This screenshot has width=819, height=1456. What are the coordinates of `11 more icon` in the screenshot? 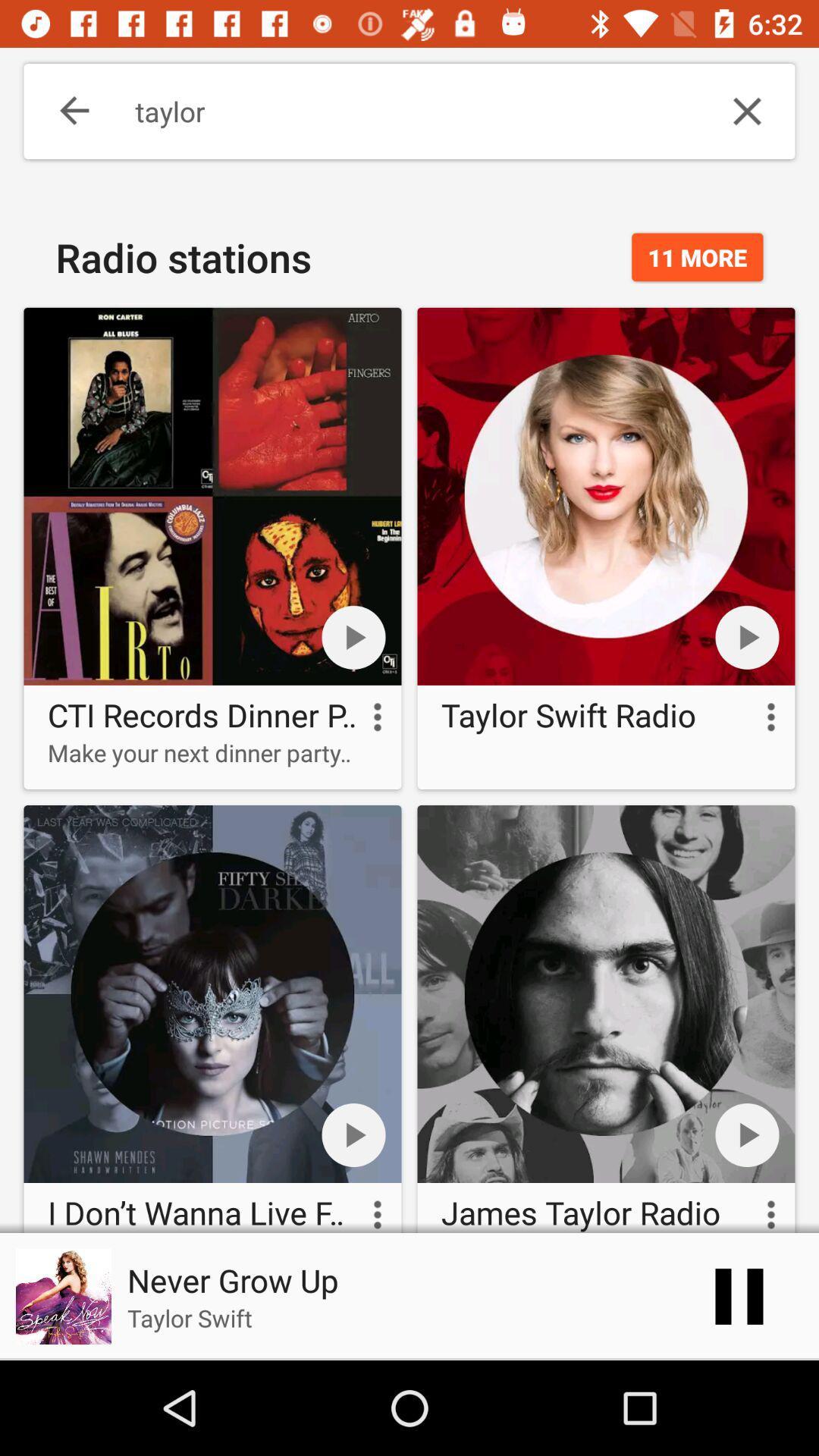 It's located at (697, 257).